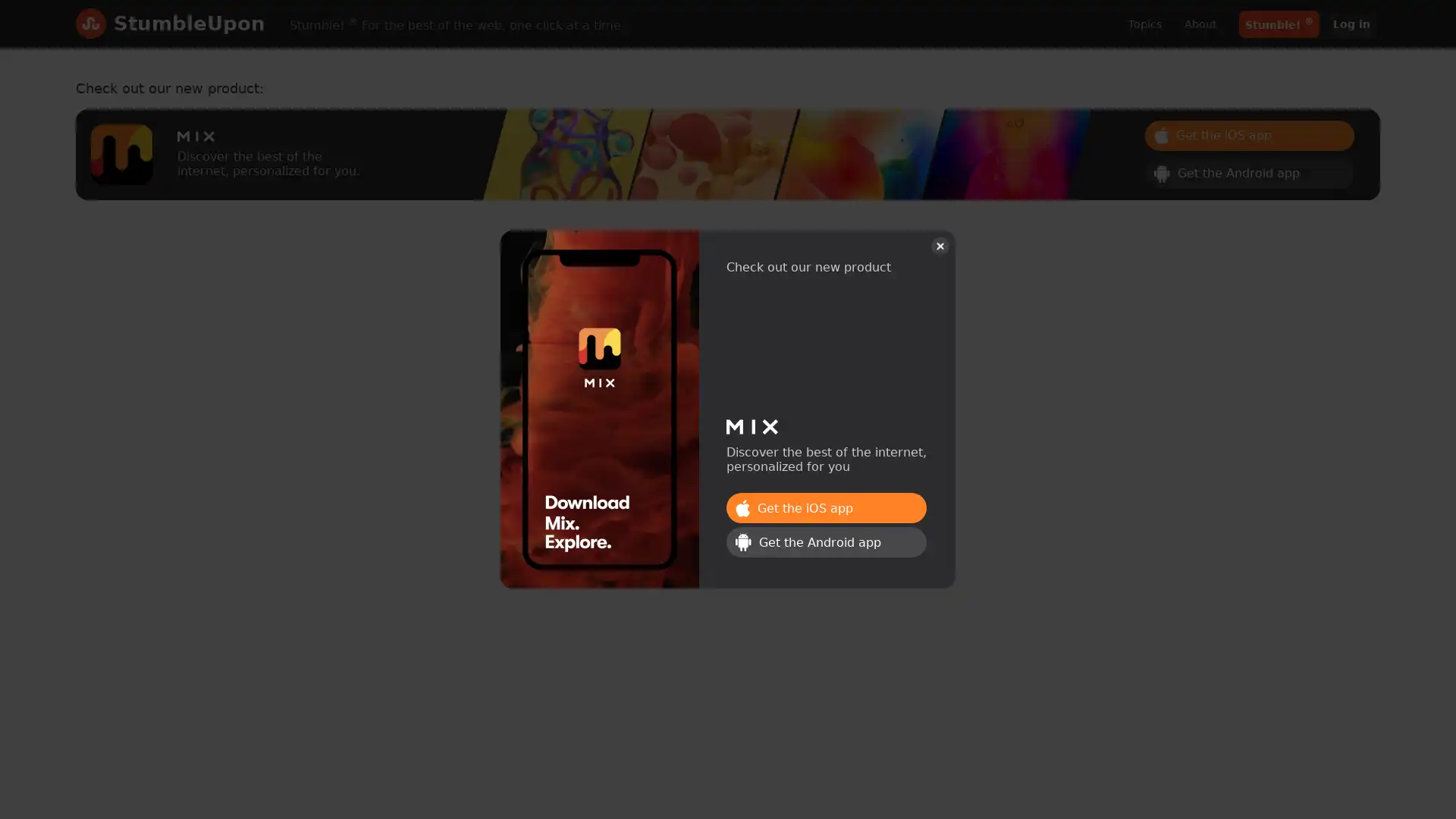  I want to click on Header Image 1 Get the Android app, so click(1249, 171).